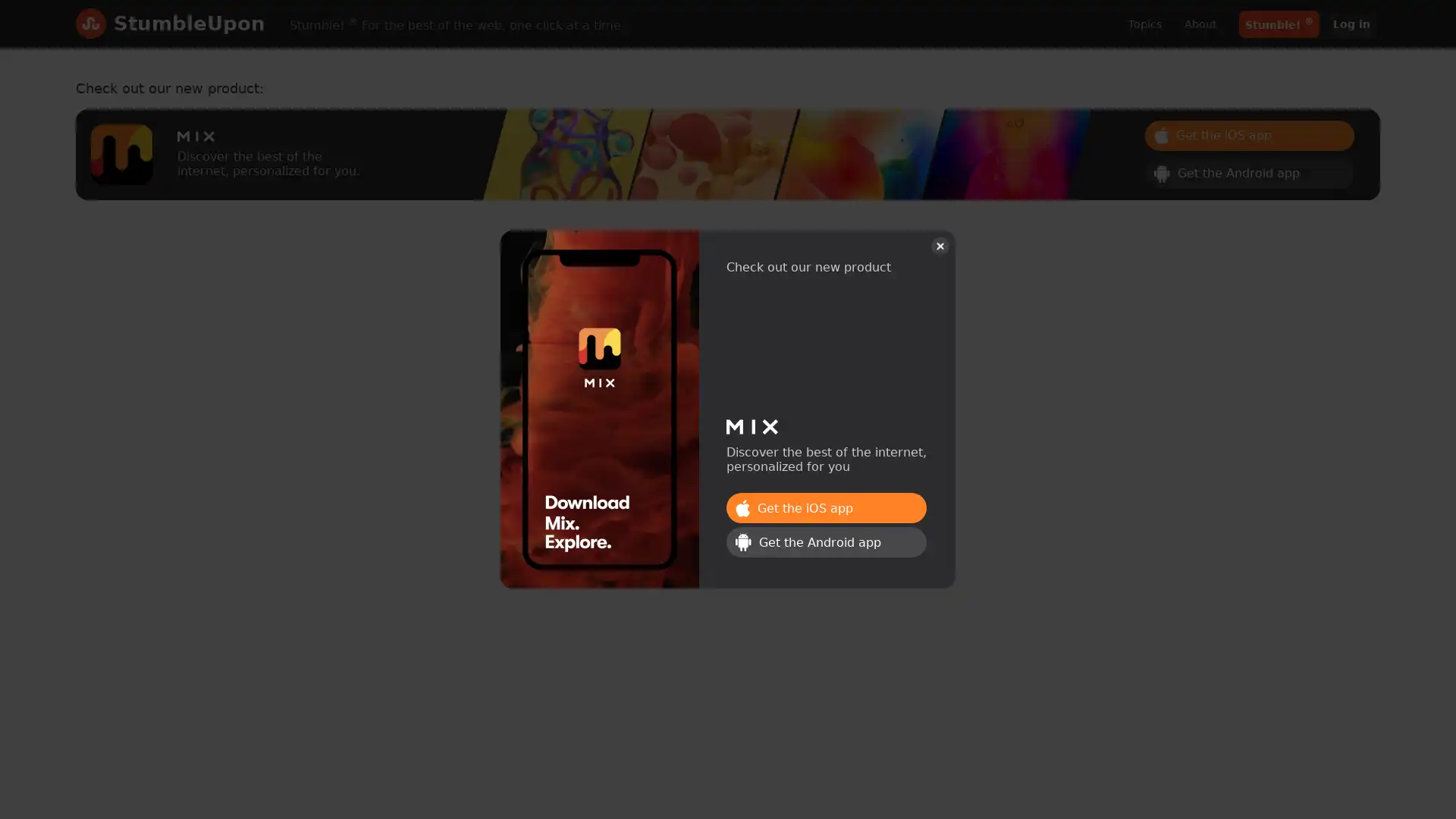  I want to click on Header Image 1 Get the Android app, so click(1249, 171).